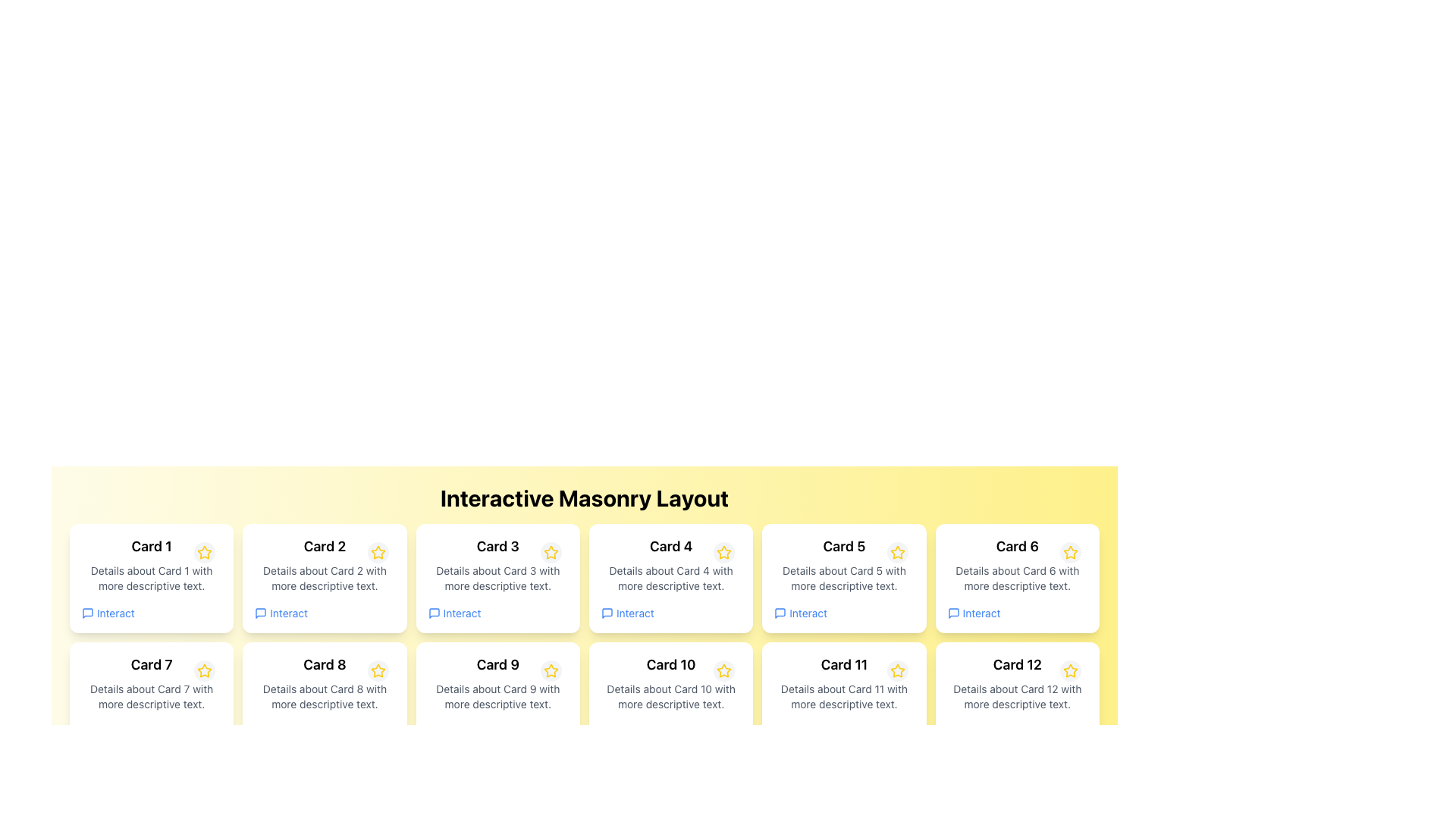  What do you see at coordinates (1069, 670) in the screenshot?
I see `the star-shaped icon with a yellow outline located in the top-right corner of 'Card 12' to trigger visual feedback` at bounding box center [1069, 670].